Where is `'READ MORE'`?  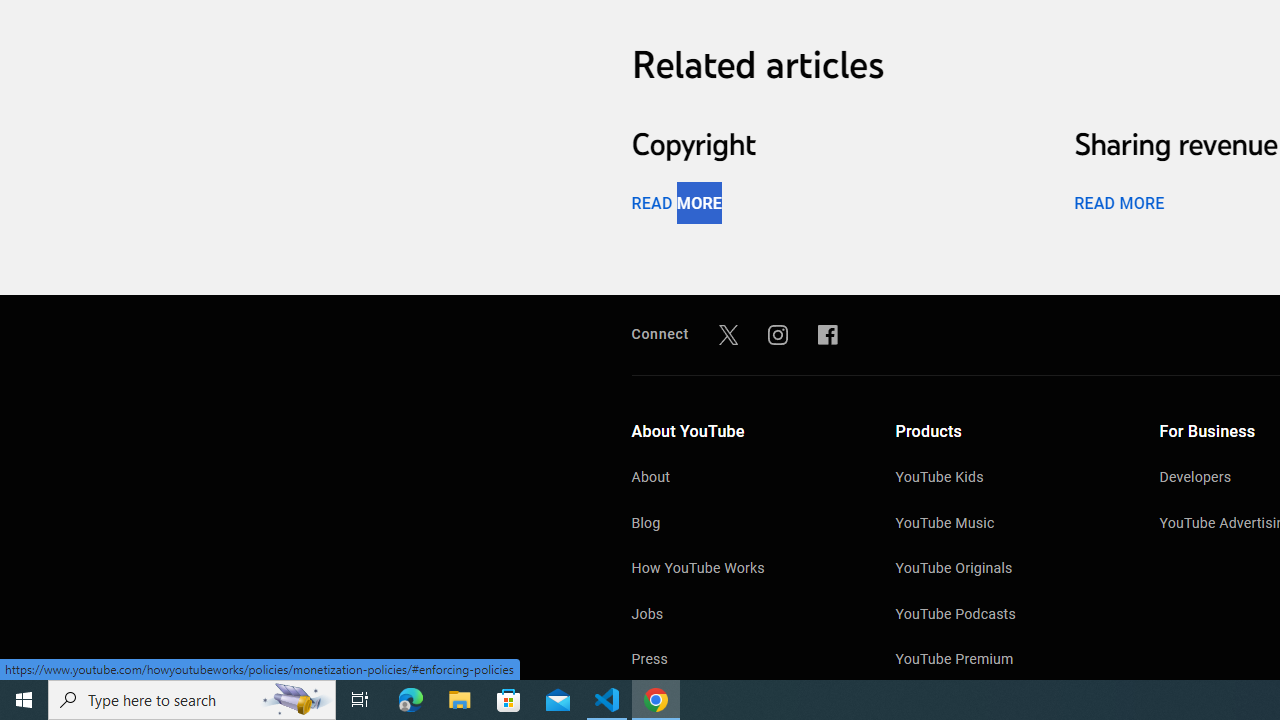 'READ MORE' is located at coordinates (1118, 203).